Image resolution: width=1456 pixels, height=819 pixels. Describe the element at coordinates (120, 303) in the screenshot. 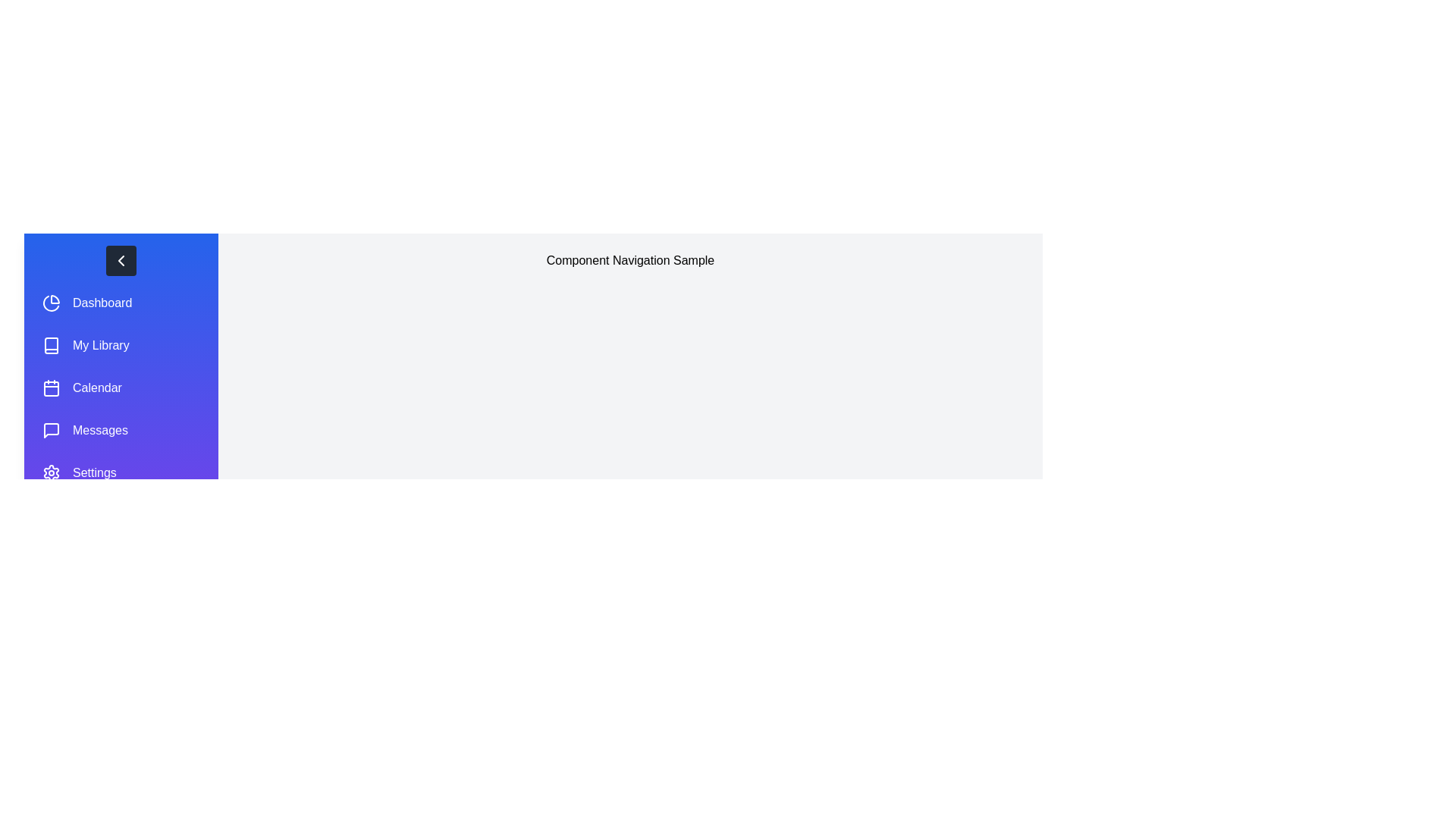

I see `the menu item Dashboard from the navigation panel` at that location.